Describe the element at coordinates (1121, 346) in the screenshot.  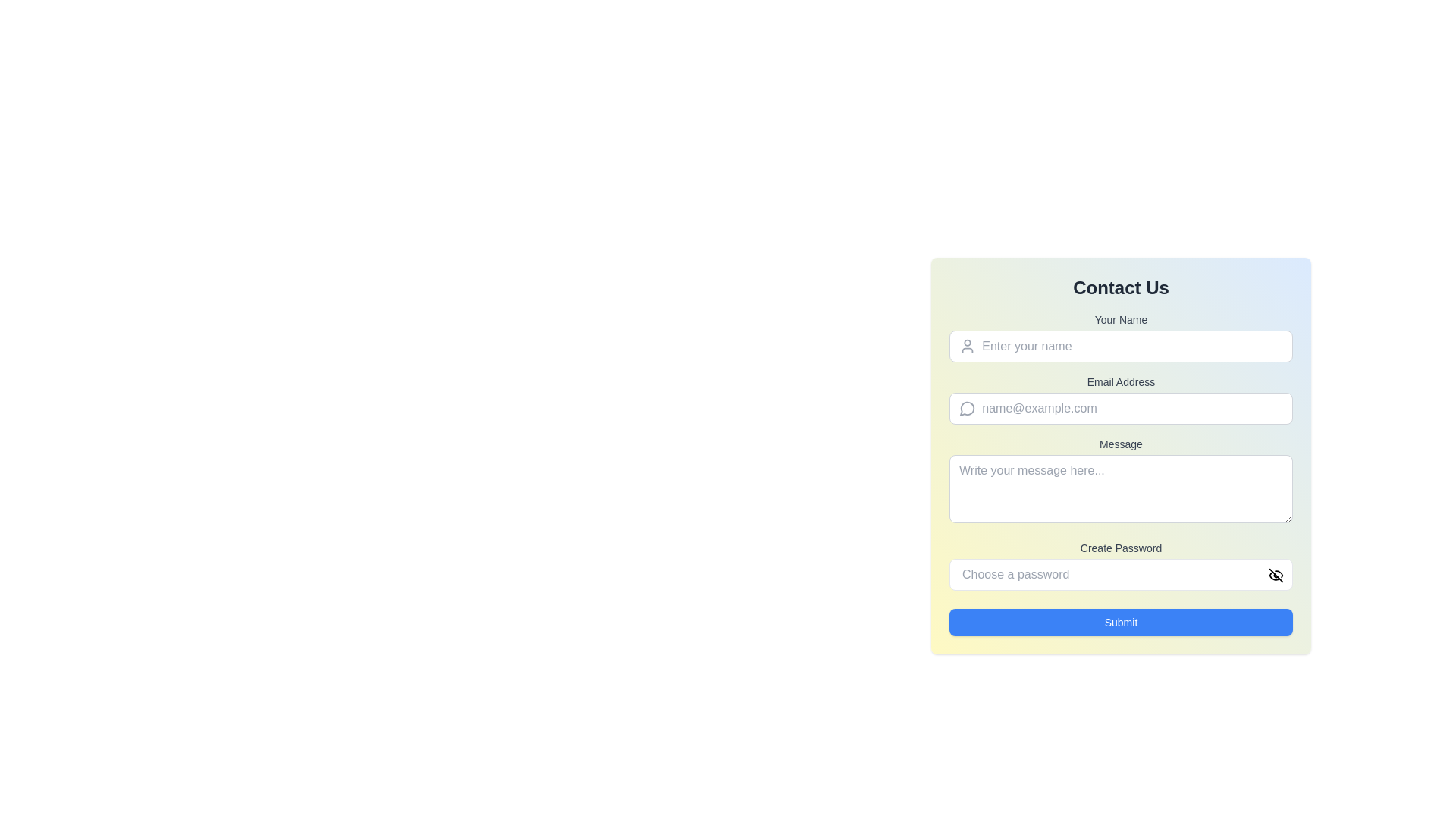
I see `the Text input field for entering the name, which is positioned under the 'Your Name' label in the 'Contact Us' form, and is the first input field in the form` at that location.